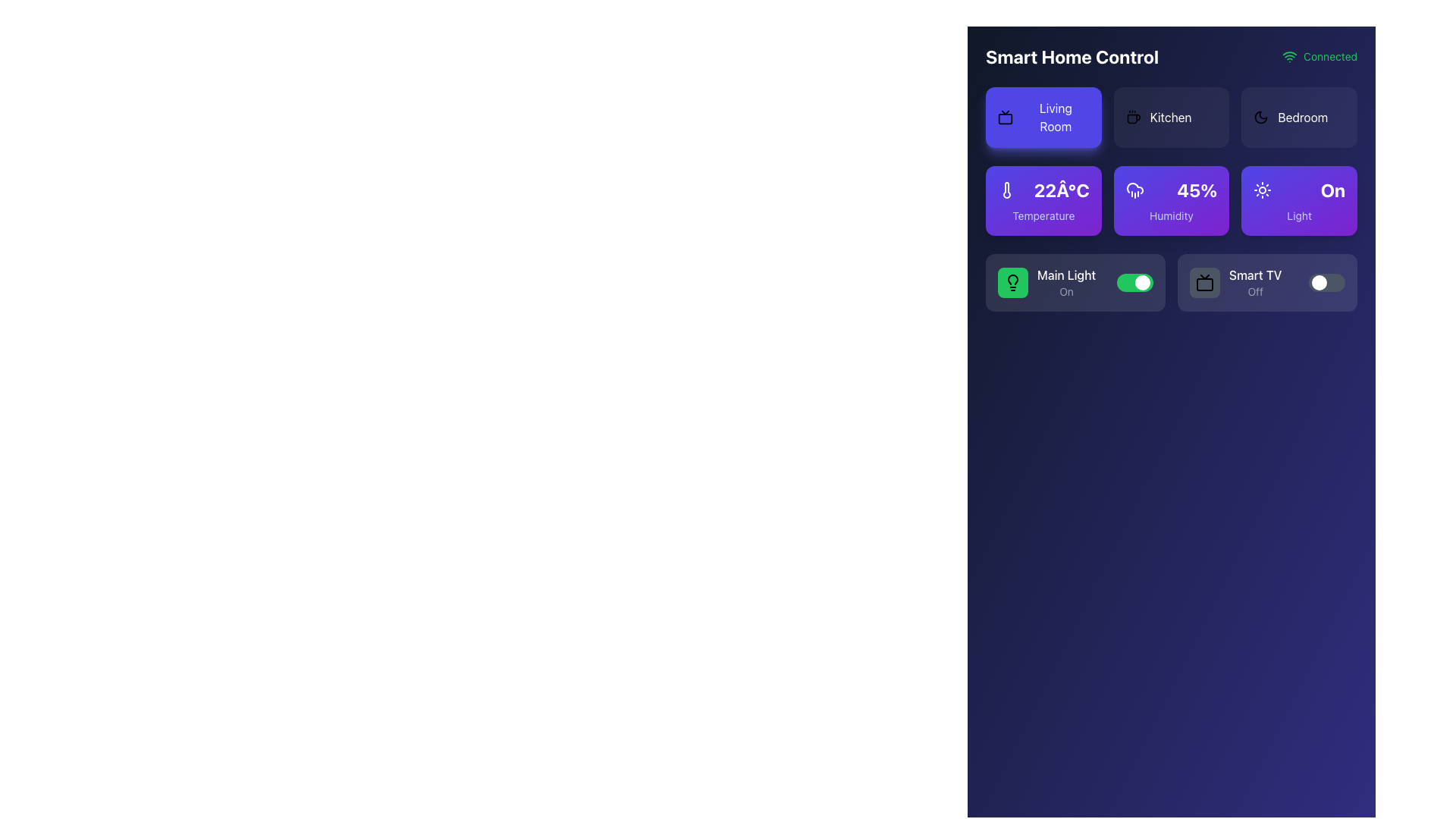 The height and width of the screenshot is (819, 1456). Describe the element at coordinates (1005, 116) in the screenshot. I see `the living room icon located on the 'Living Room' button, which is positioned towards the left of the button's text in the top-left of the interface` at that location.